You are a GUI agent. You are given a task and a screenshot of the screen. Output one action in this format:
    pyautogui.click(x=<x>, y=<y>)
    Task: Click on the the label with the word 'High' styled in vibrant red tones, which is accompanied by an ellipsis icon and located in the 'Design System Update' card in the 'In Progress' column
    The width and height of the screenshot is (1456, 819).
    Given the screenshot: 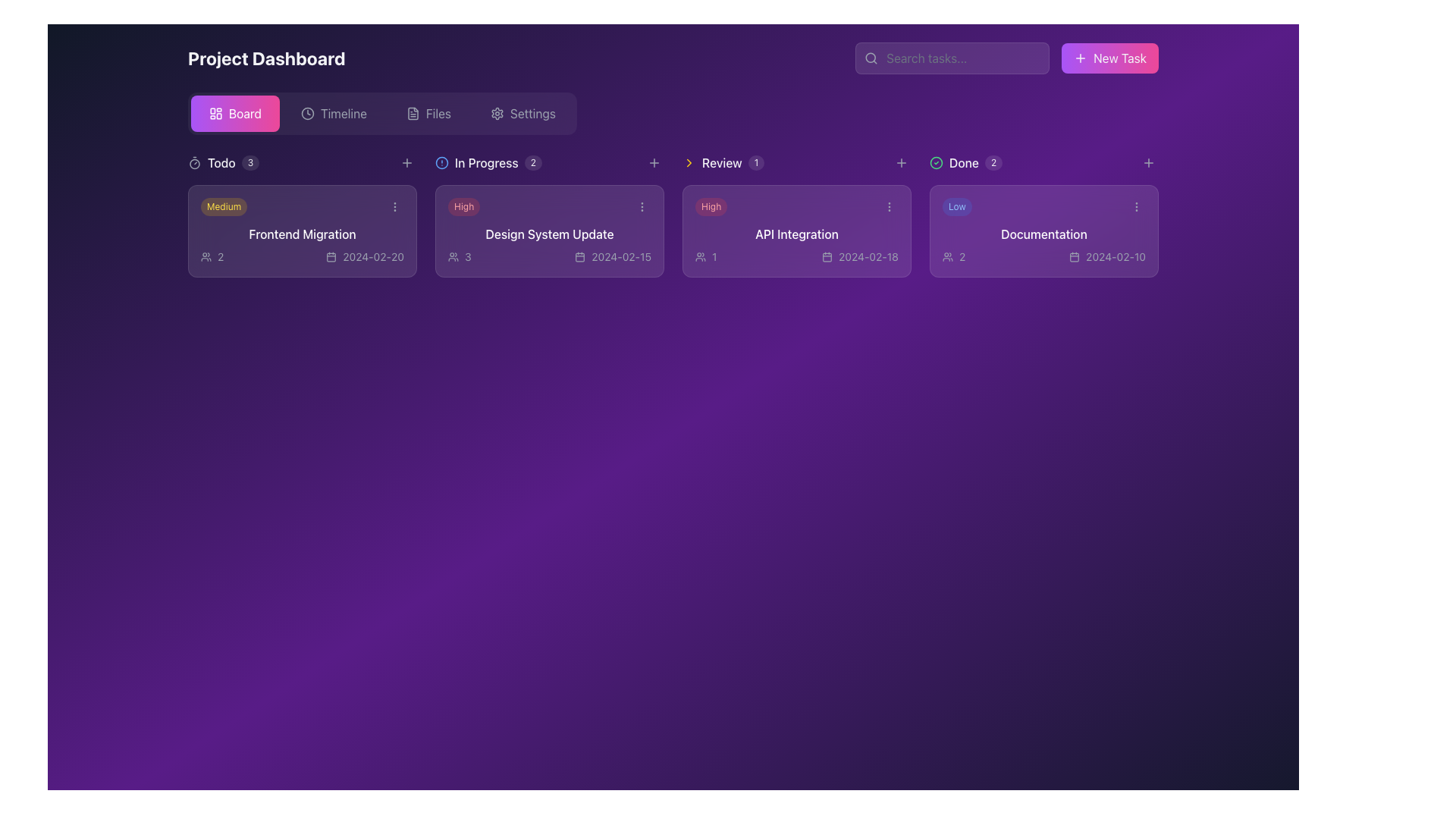 What is the action you would take?
    pyautogui.click(x=548, y=207)
    